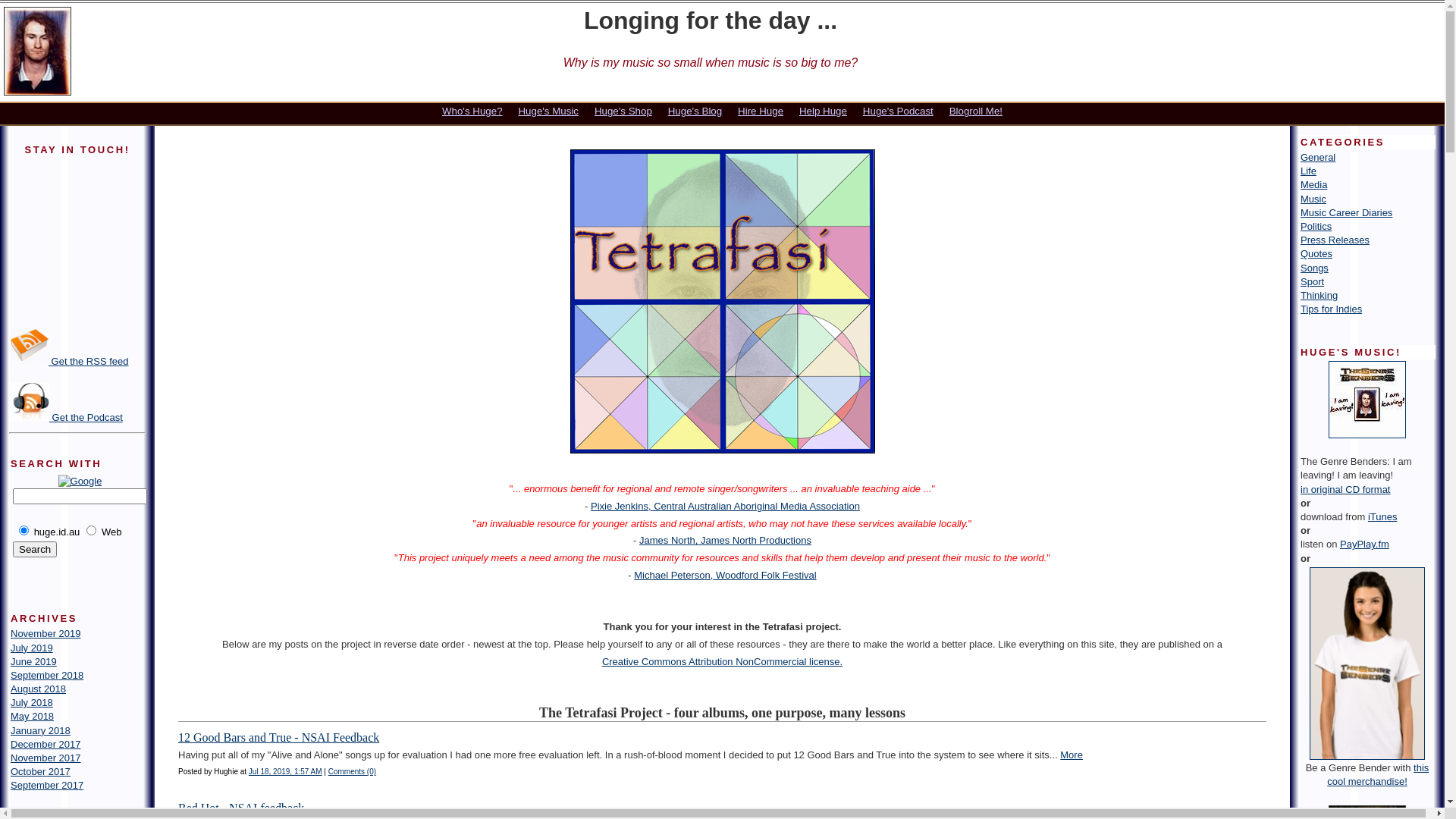  I want to click on 'September 2017', so click(47, 785).